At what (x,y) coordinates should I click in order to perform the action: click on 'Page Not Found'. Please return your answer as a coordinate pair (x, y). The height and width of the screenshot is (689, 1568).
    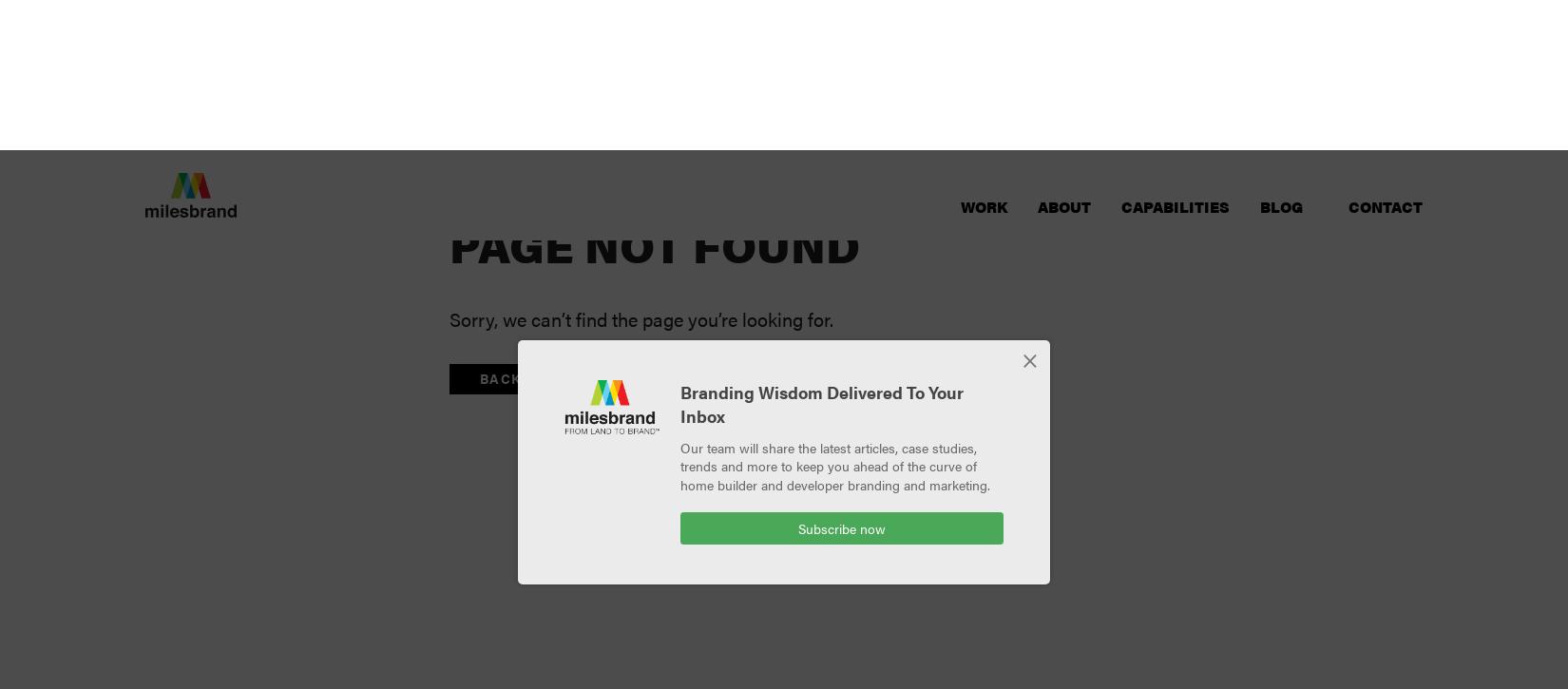
    Looking at the image, I should click on (449, 94).